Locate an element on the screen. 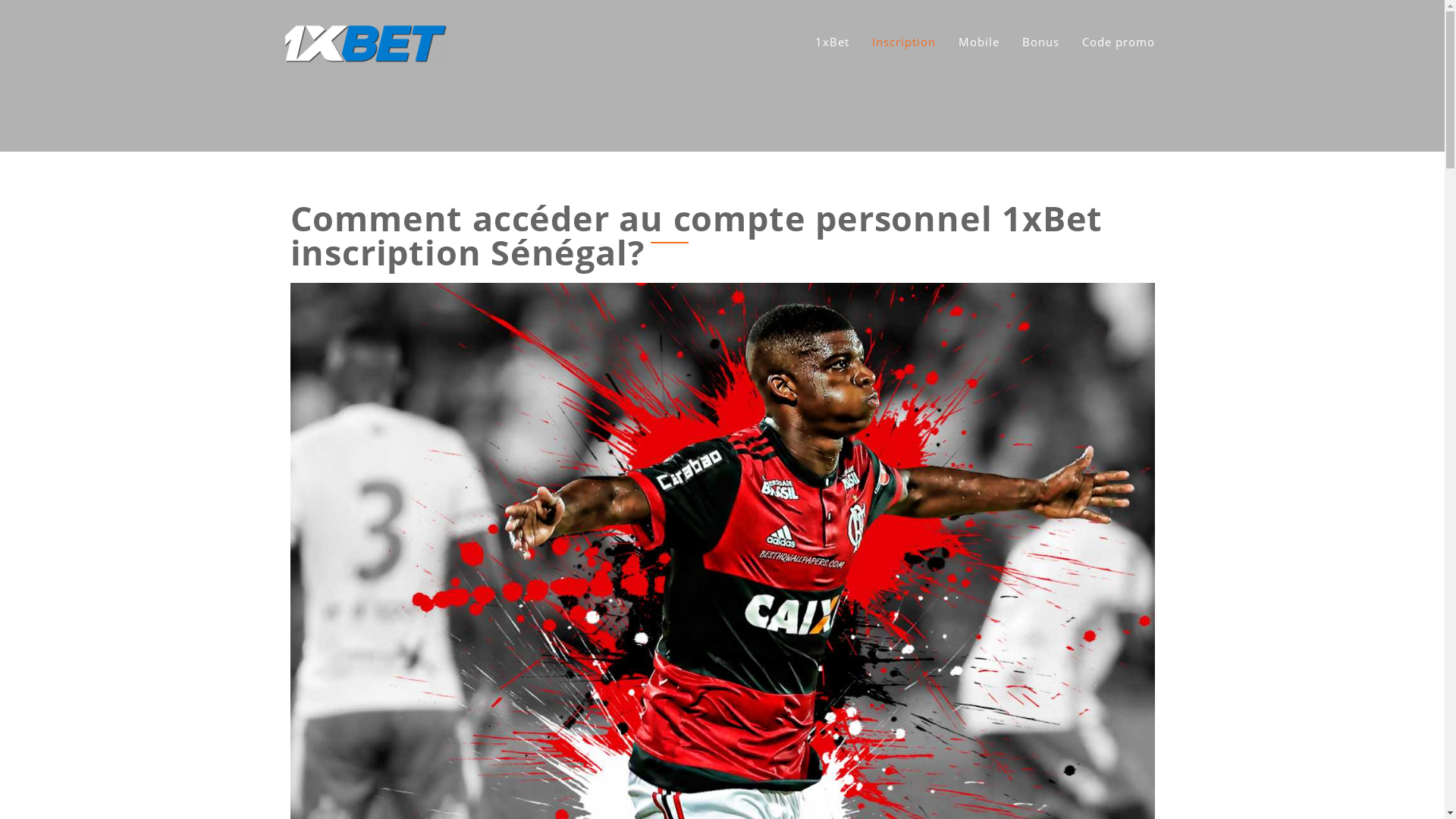  '1xBet' is located at coordinates (814, 40).